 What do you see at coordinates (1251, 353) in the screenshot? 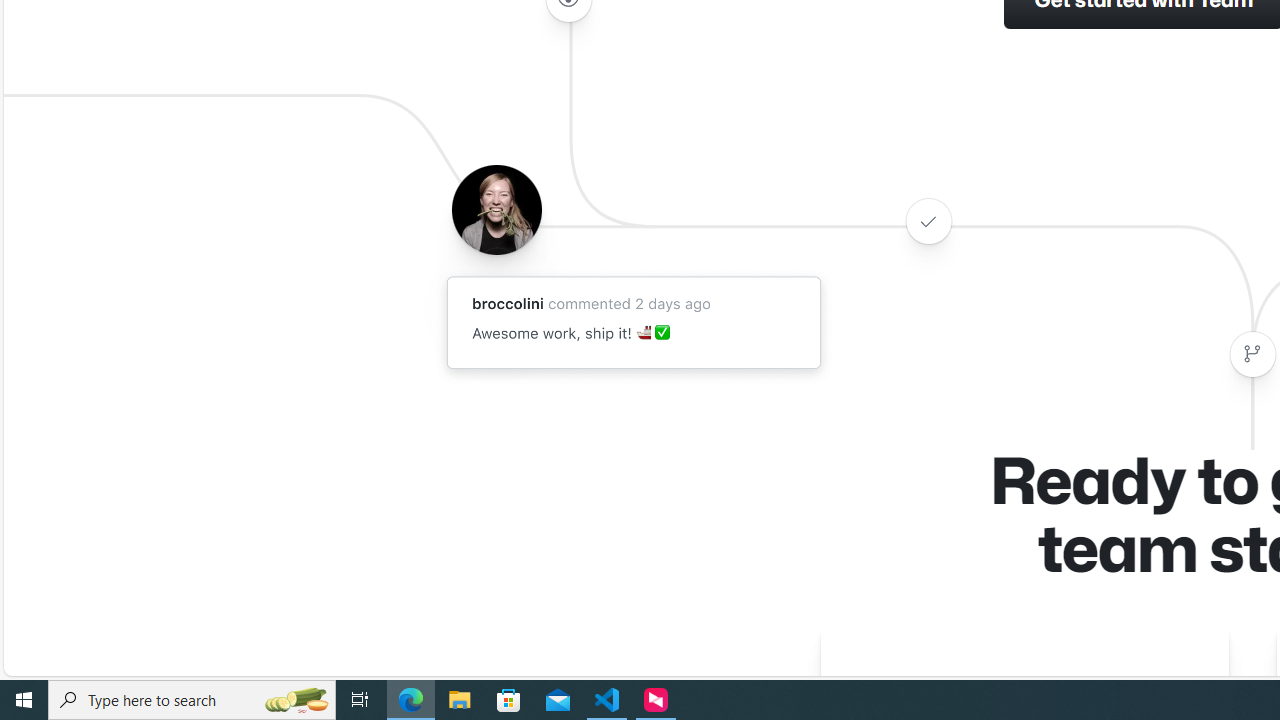
I see `'Class: color-fg-muted width-full'` at bounding box center [1251, 353].